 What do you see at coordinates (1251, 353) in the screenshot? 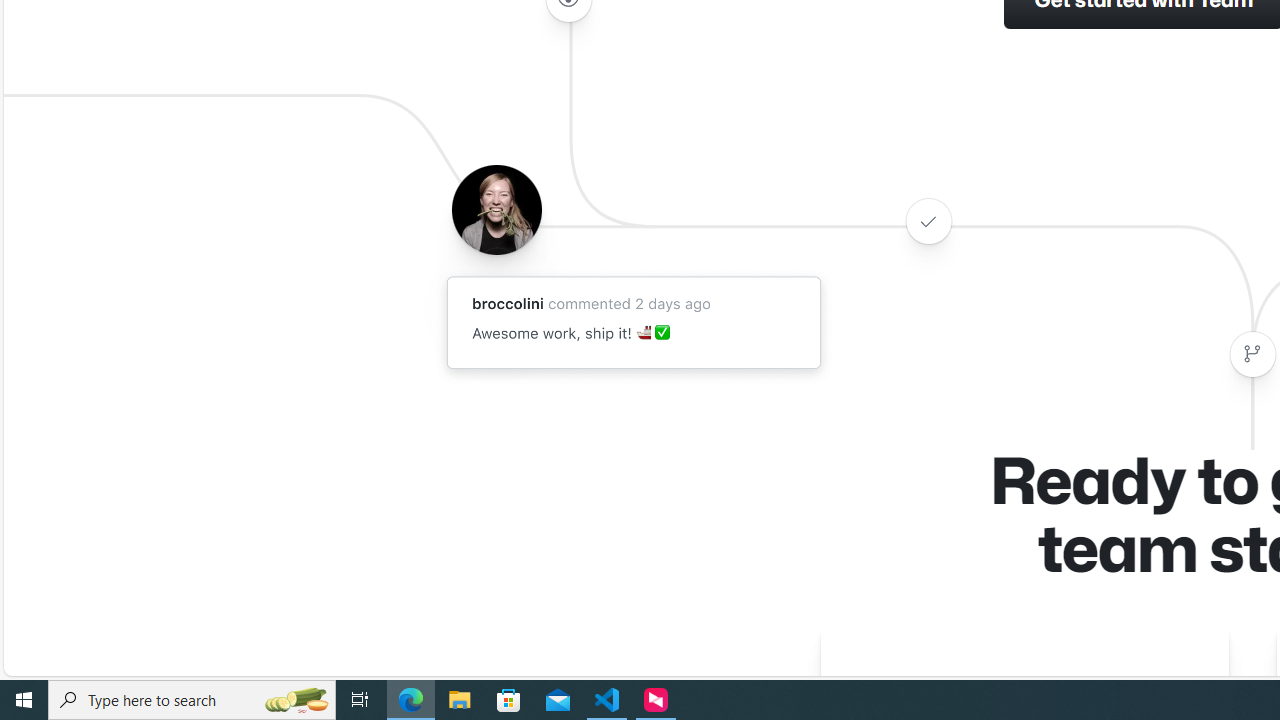
I see `'Class: color-fg-muted width-full'` at bounding box center [1251, 353].